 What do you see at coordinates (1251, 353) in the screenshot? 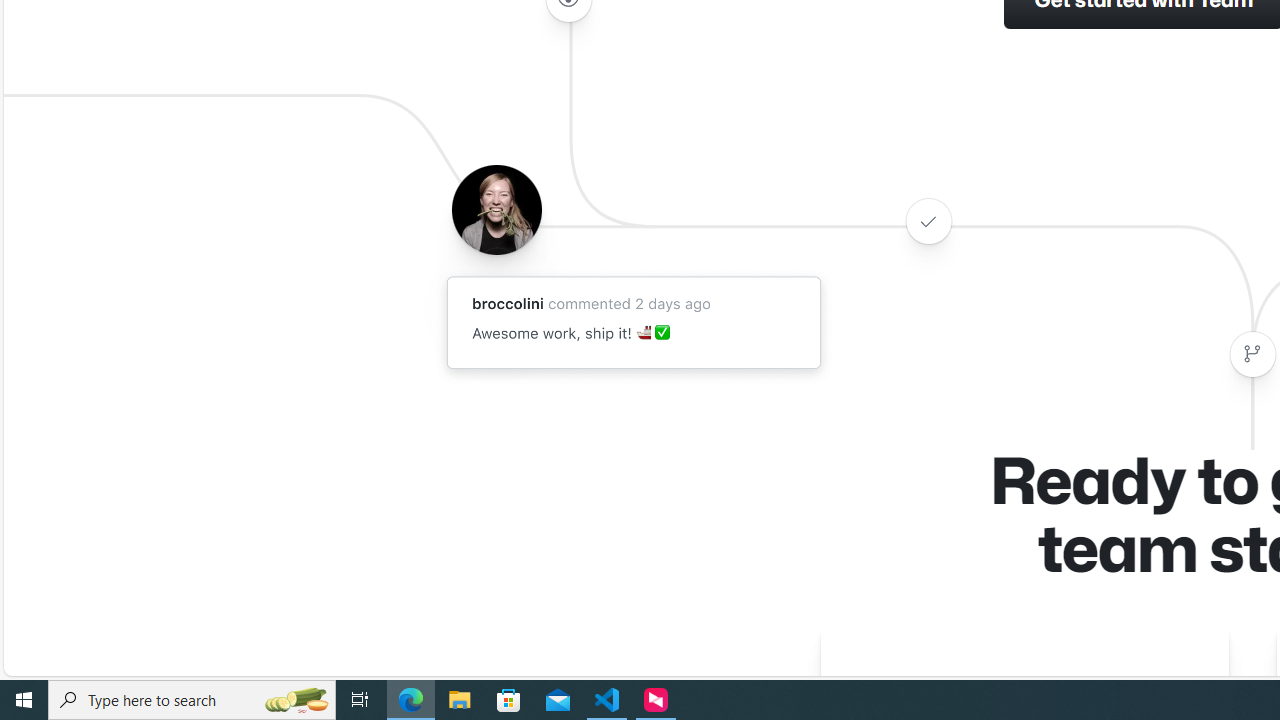
I see `'Class: color-fg-muted width-full'` at bounding box center [1251, 353].